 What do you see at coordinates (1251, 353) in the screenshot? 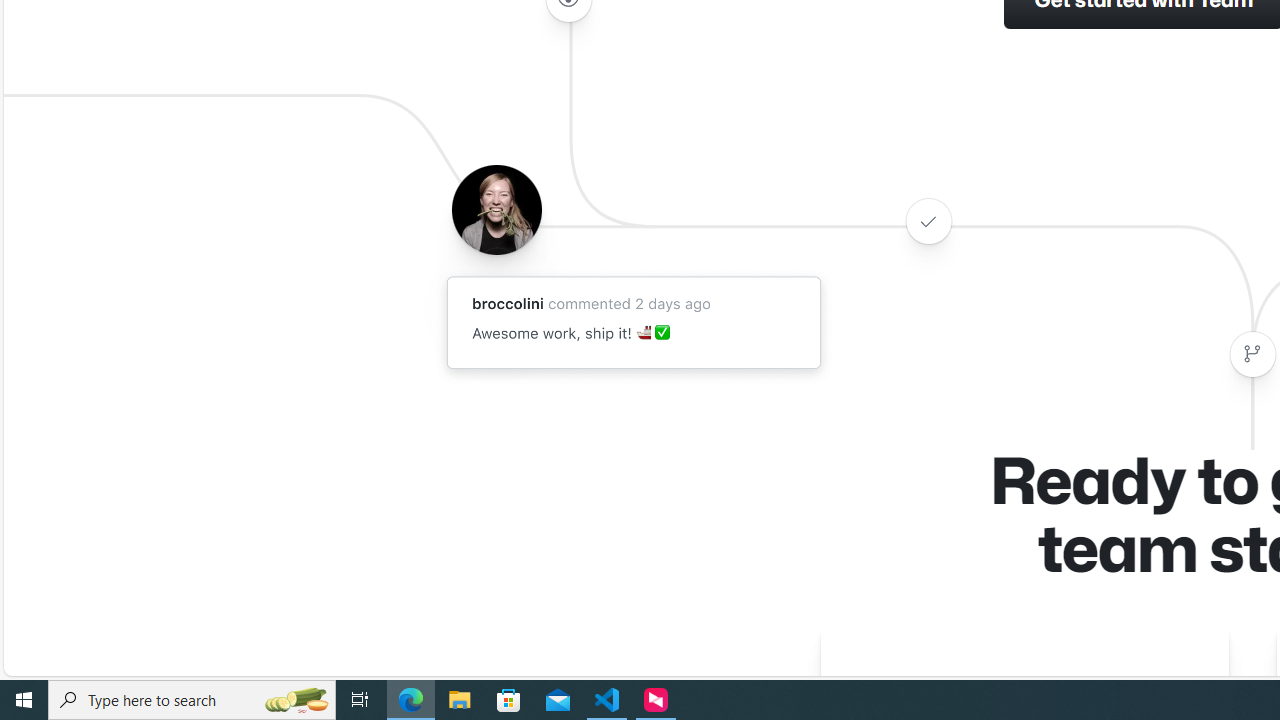
I see `'Class: color-fg-muted width-full'` at bounding box center [1251, 353].